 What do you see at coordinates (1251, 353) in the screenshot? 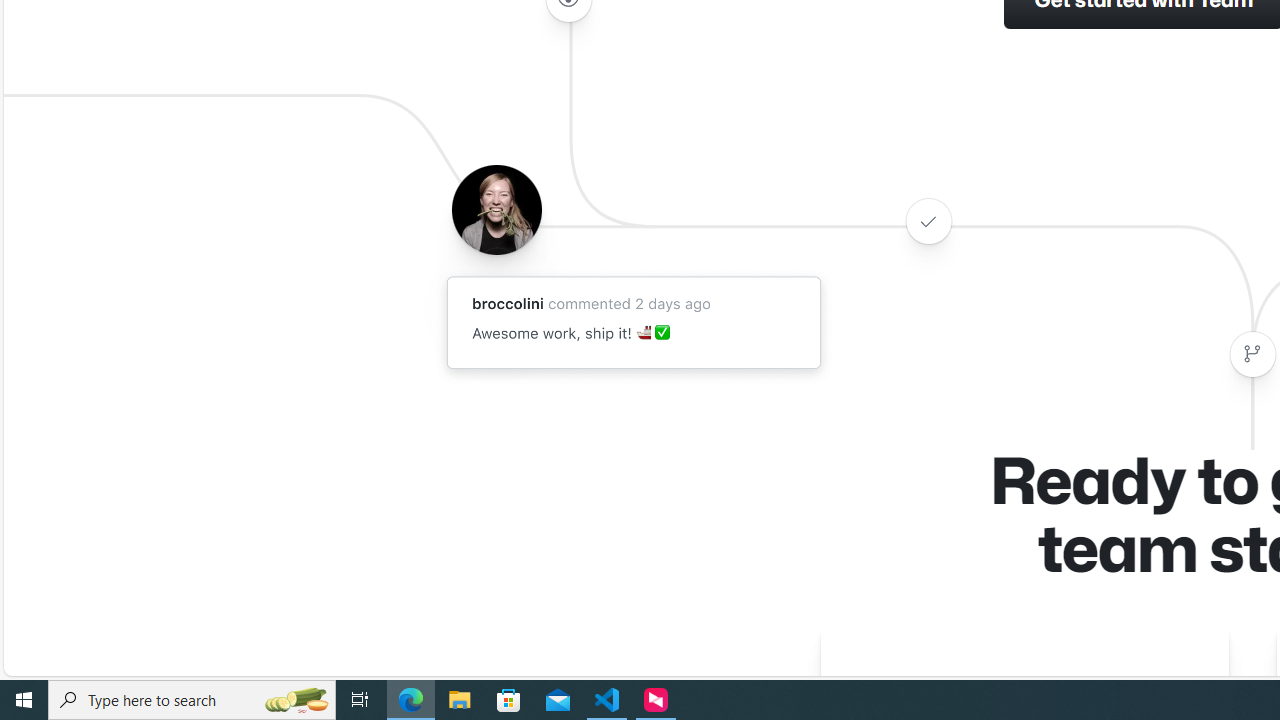
I see `'Class: color-fg-muted width-full'` at bounding box center [1251, 353].